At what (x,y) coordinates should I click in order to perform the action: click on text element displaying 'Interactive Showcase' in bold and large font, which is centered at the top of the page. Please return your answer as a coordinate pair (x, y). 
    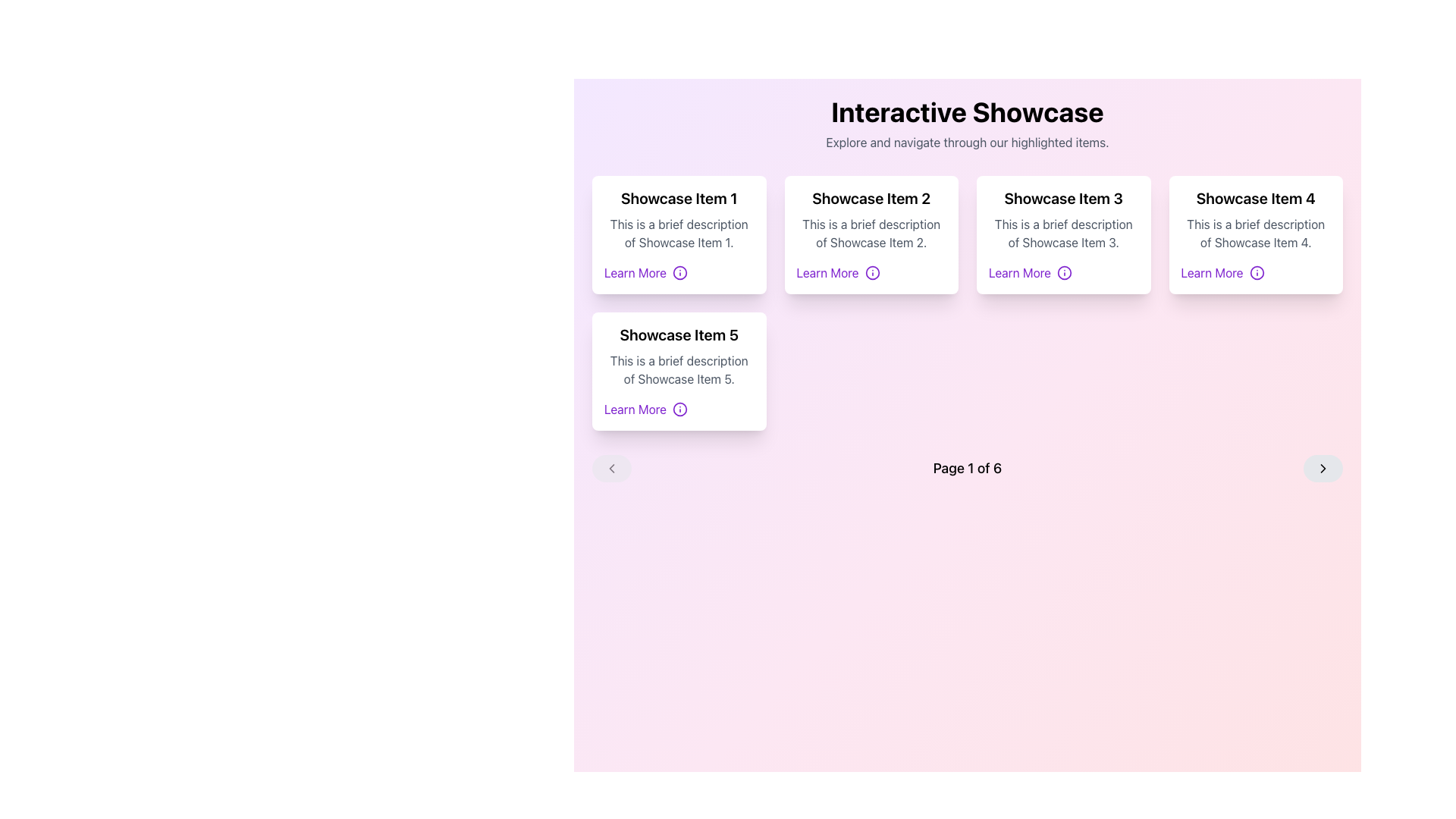
    Looking at the image, I should click on (967, 111).